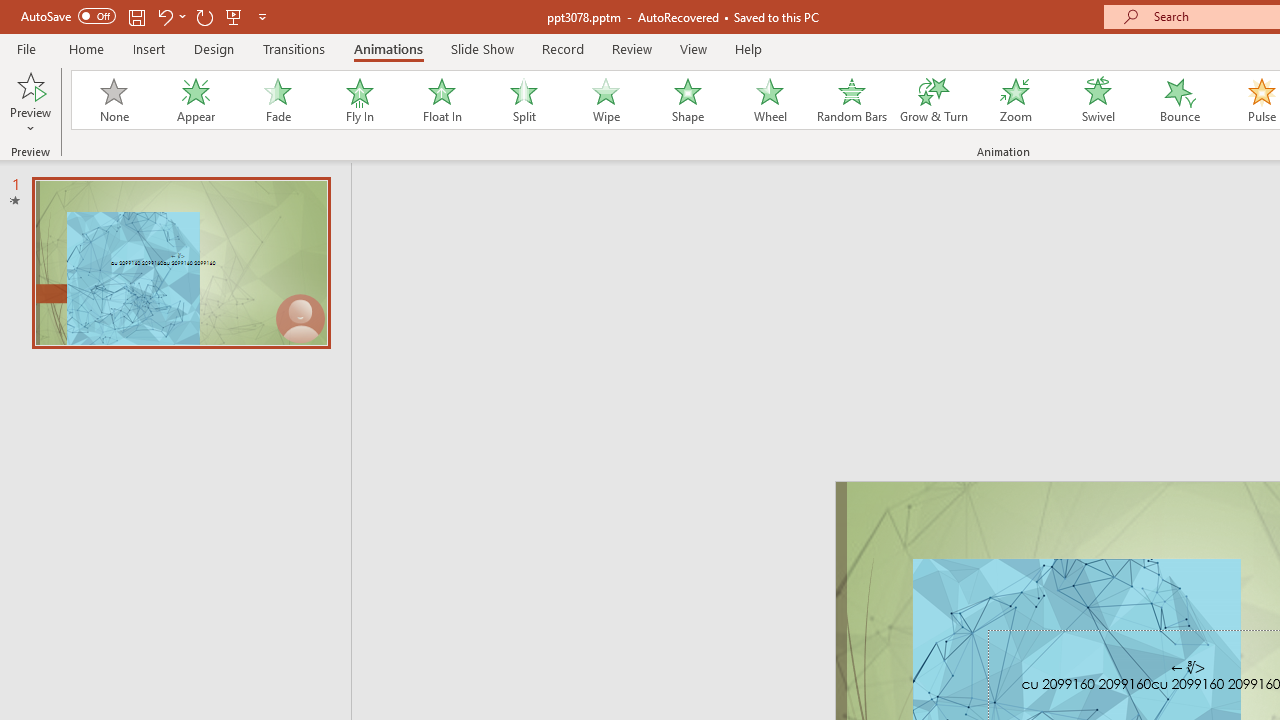 The height and width of the screenshot is (720, 1280). I want to click on 'Shape', so click(688, 100).